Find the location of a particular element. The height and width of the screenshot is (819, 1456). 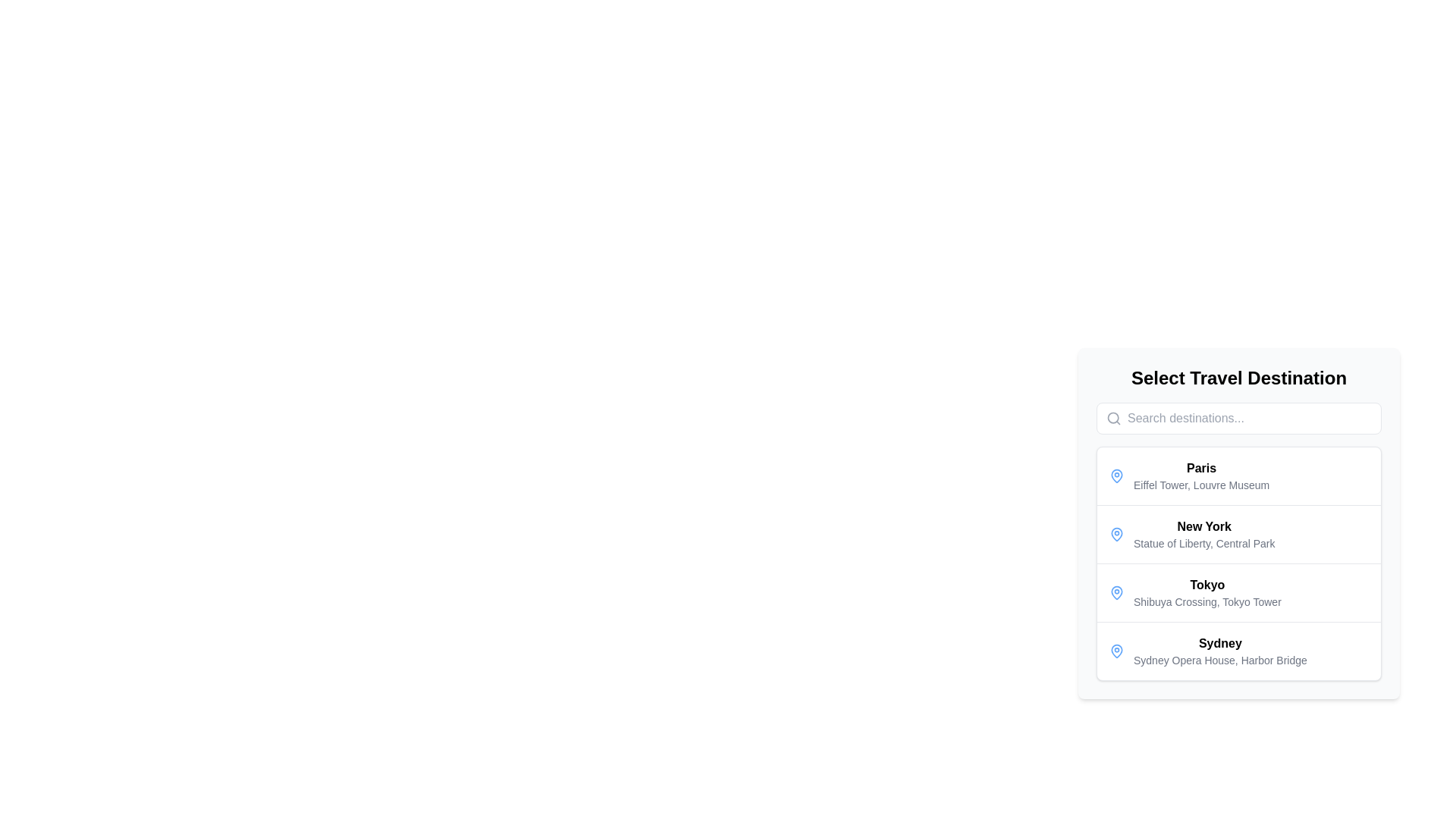

descriptive text label associated with the destination 'Paris', which lists major attractions and is positioned below the 'Paris' text in the dialog box is located at coordinates (1200, 485).